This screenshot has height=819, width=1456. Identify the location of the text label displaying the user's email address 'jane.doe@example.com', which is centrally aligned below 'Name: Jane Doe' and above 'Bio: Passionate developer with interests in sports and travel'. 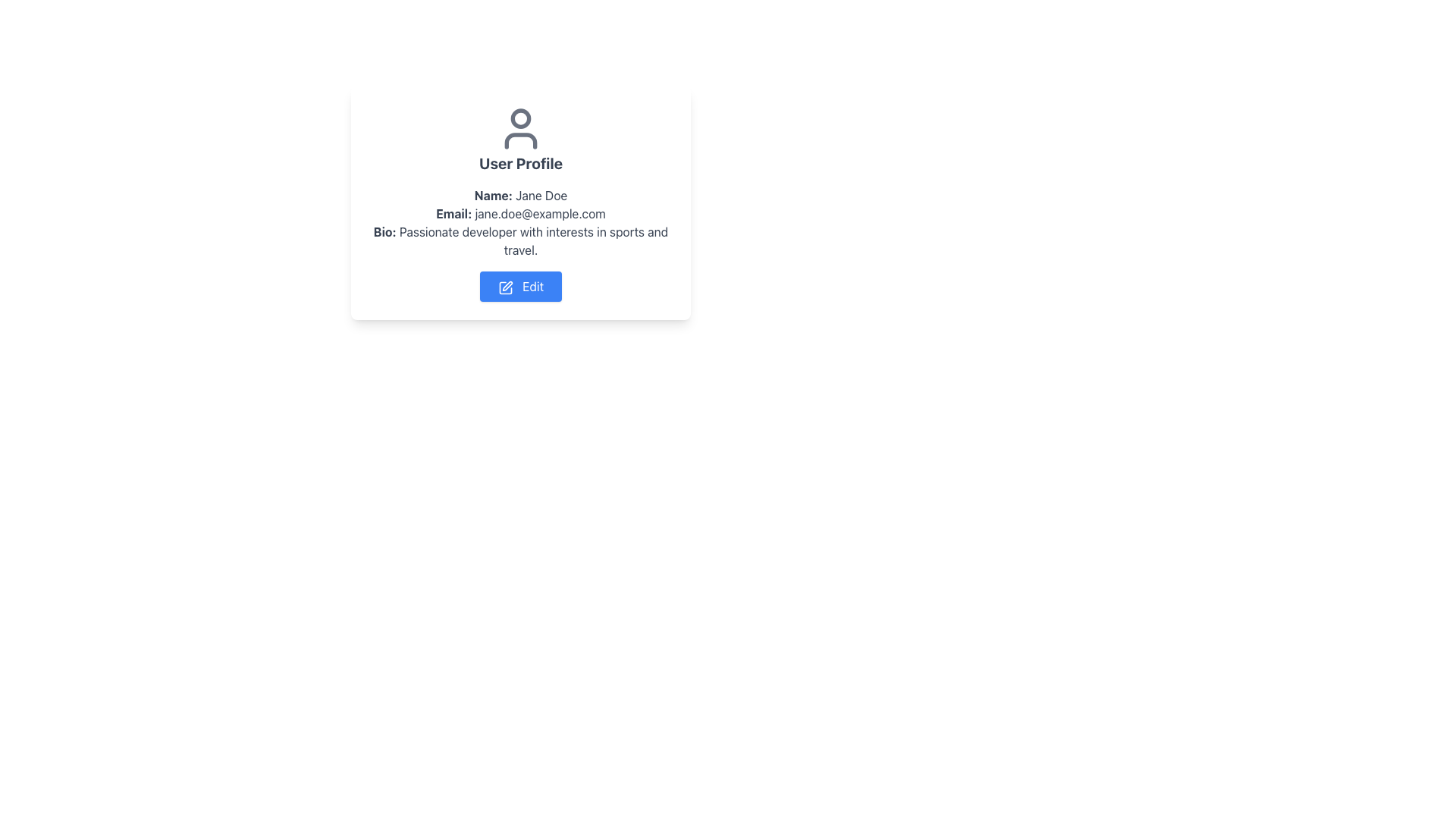
(520, 213).